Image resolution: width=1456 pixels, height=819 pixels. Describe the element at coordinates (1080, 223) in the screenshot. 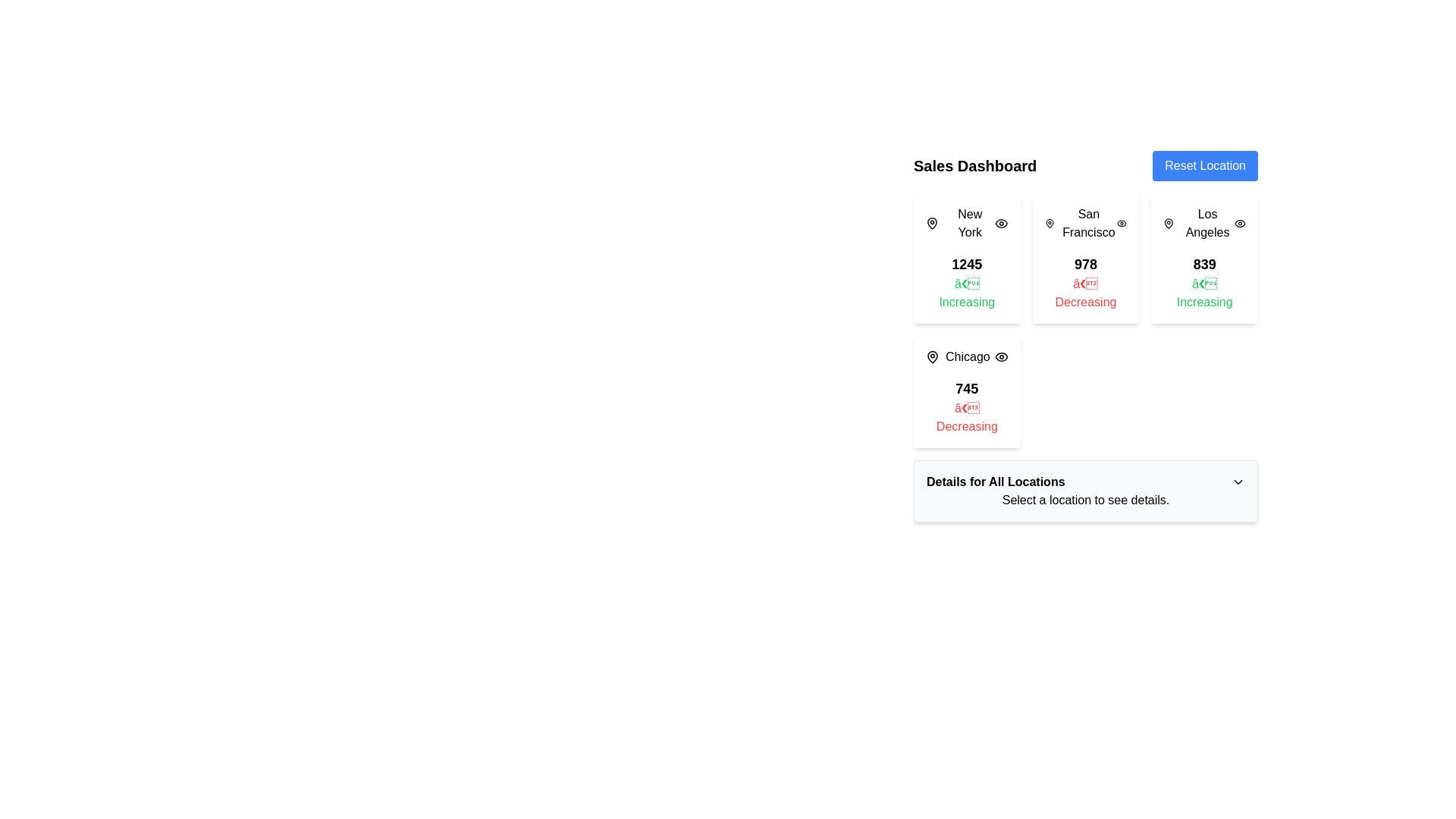

I see `the Text label displaying 'San Francisco' located in the top-middle section of the dashboard interface` at that location.